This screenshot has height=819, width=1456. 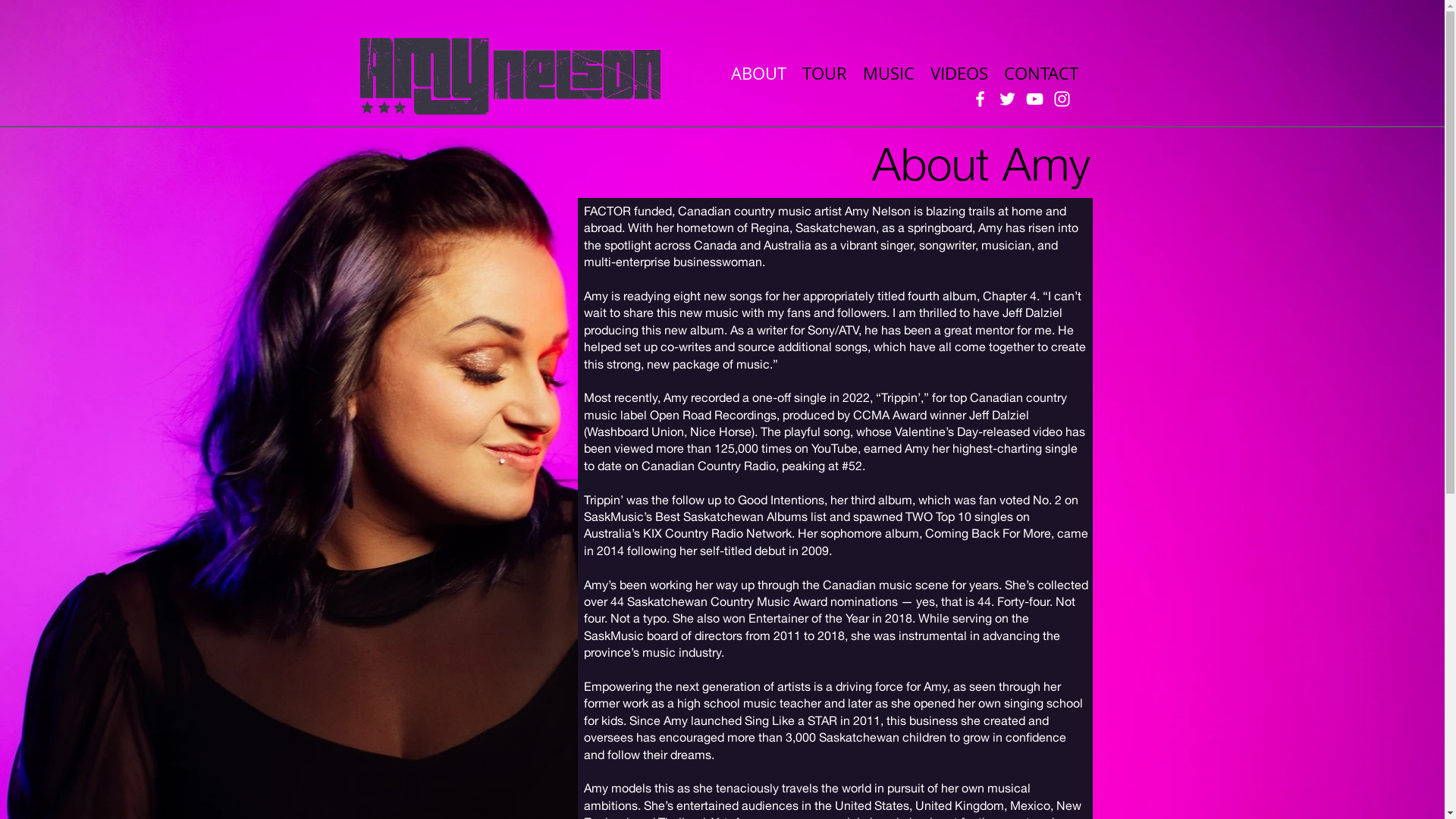 What do you see at coordinates (888, 72) in the screenshot?
I see `'MUSIC'` at bounding box center [888, 72].